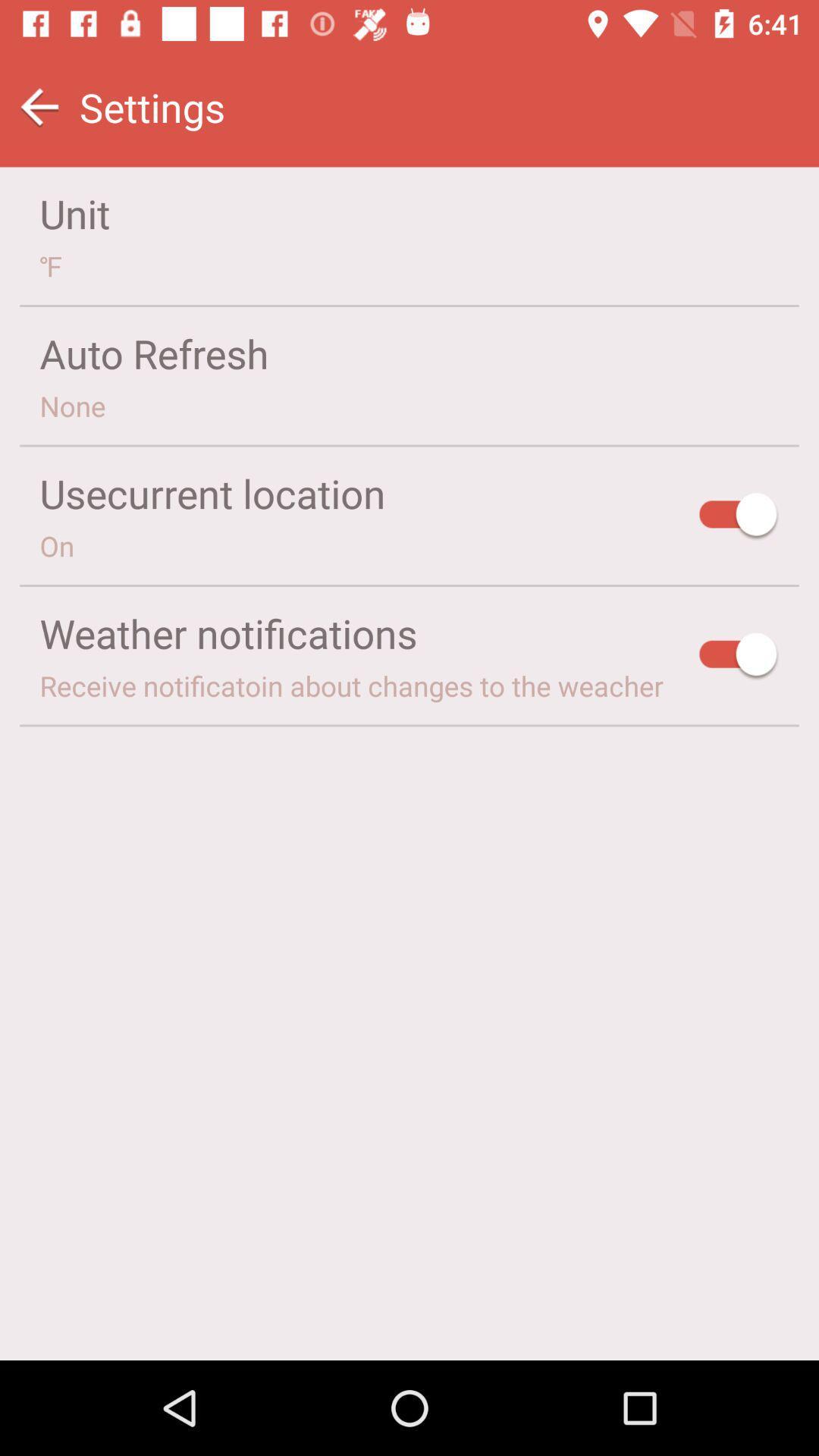  What do you see at coordinates (739, 516) in the screenshot?
I see `item next to the usecurrent location icon` at bounding box center [739, 516].